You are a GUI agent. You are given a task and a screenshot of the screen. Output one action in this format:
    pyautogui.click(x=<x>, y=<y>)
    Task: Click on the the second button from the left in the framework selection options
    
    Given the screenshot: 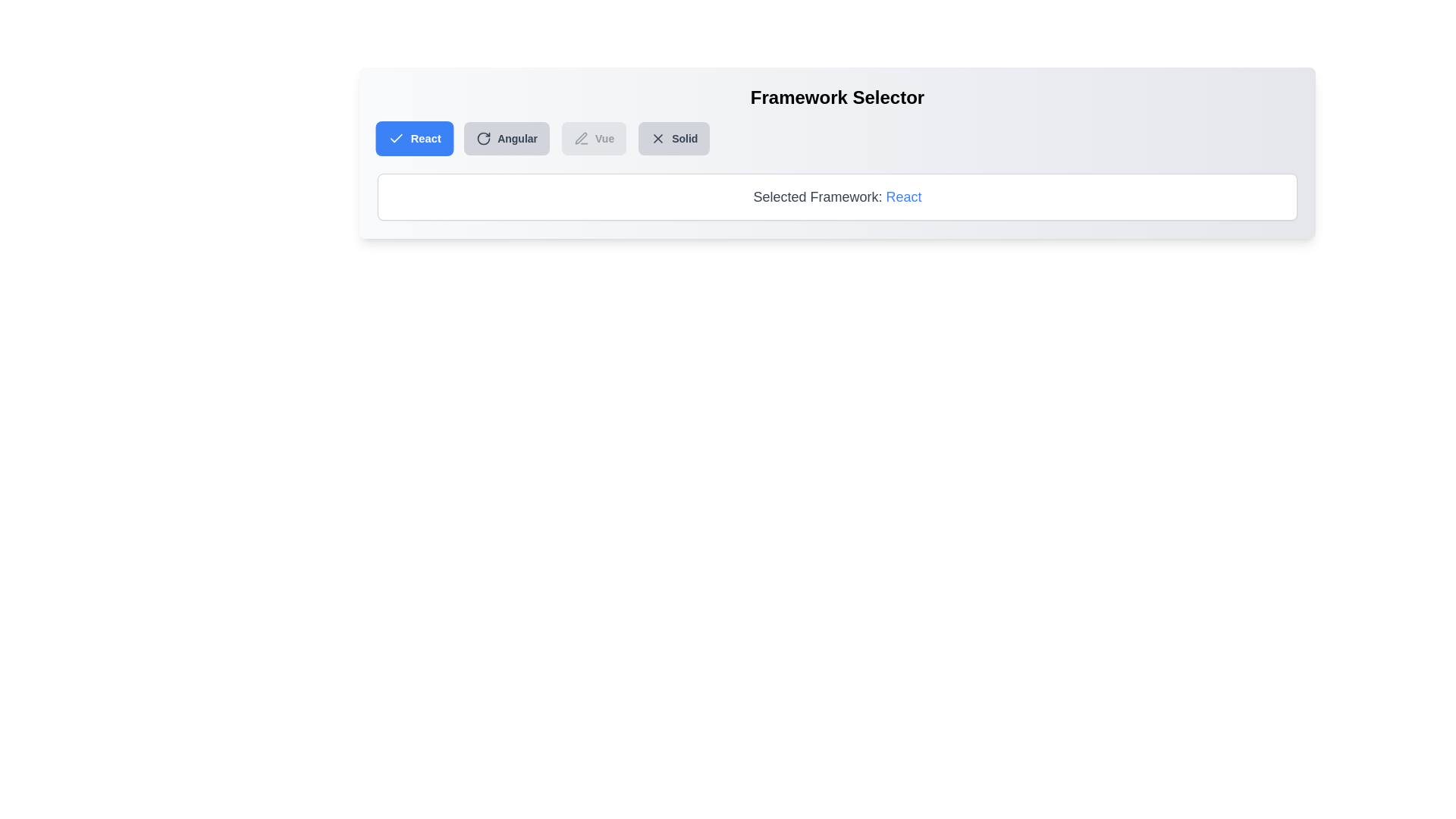 What is the action you would take?
    pyautogui.click(x=507, y=138)
    